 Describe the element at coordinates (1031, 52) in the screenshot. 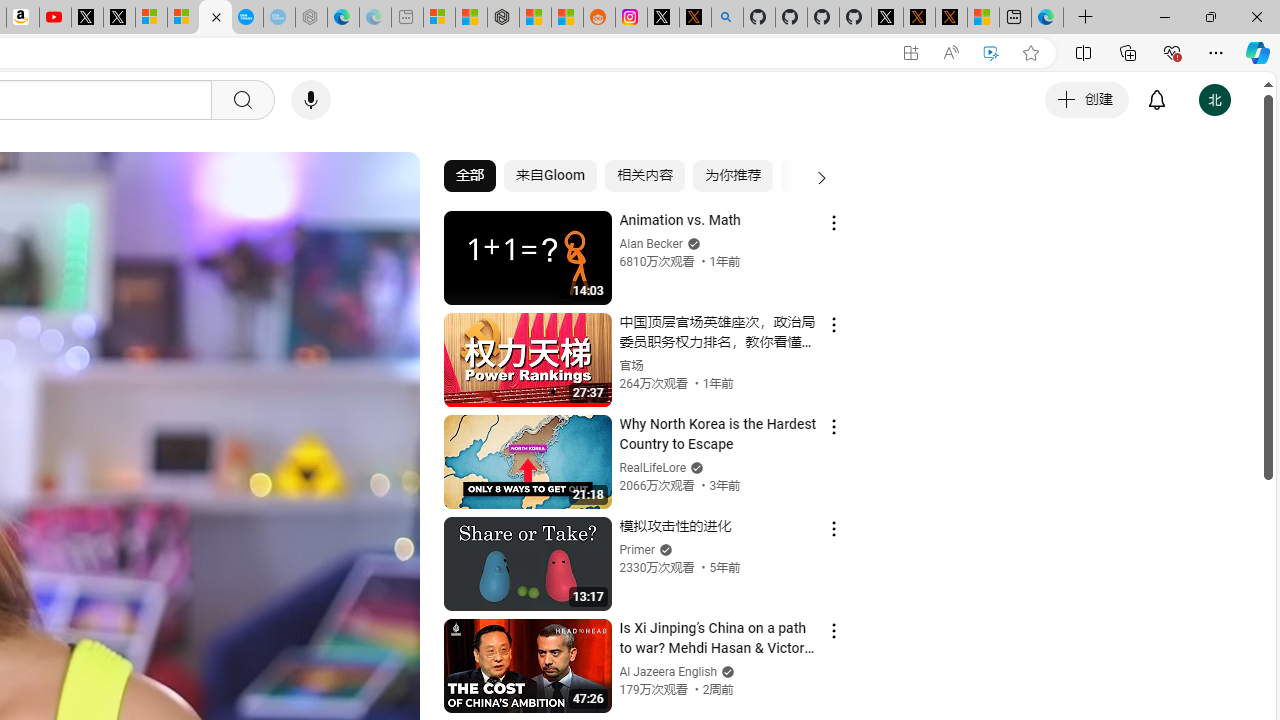

I see `'Add this page to favorites (Ctrl+D)'` at that location.